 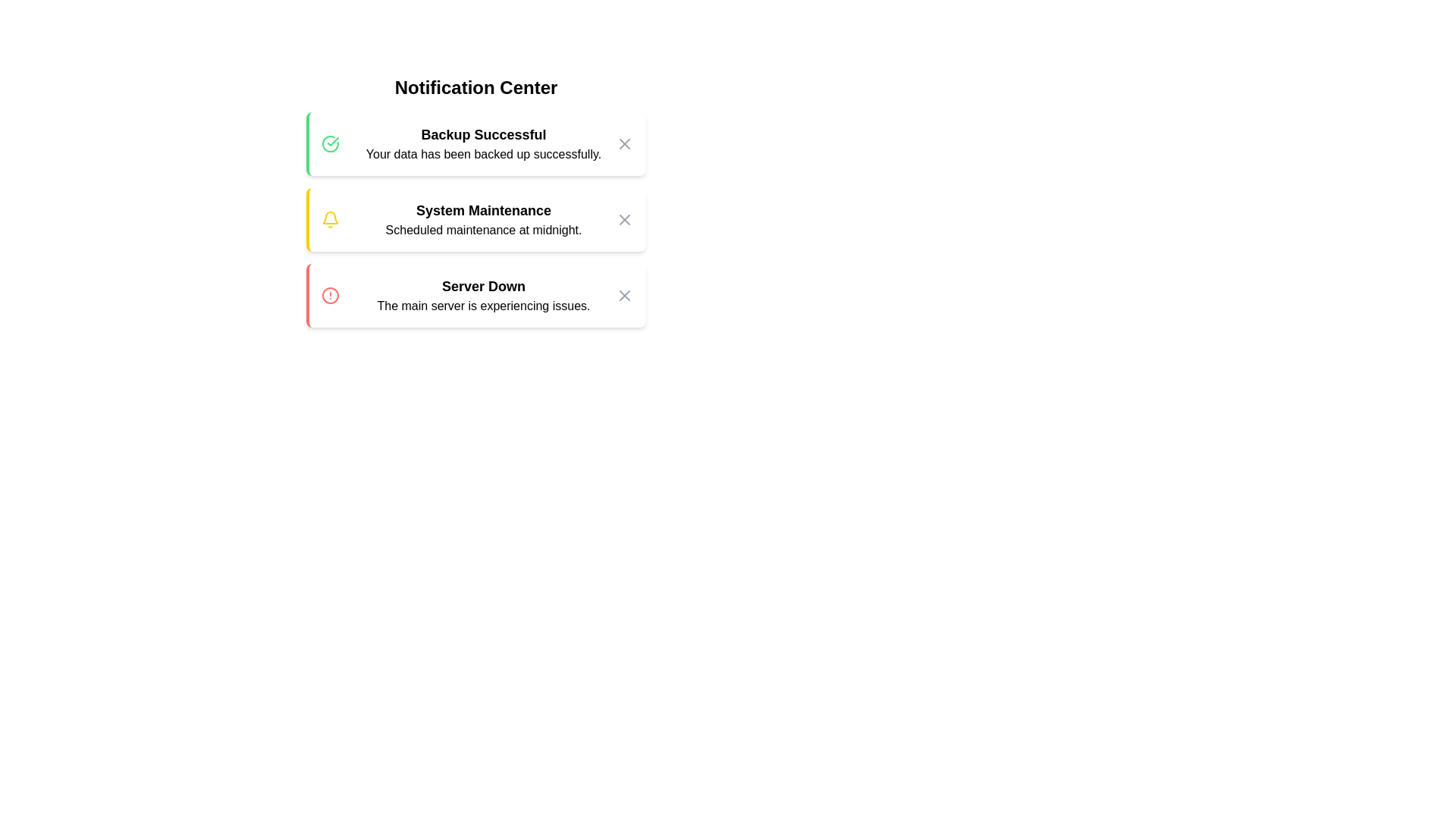 What do you see at coordinates (475, 143) in the screenshot?
I see `the notification titled 'Backup Successful' to observe its hover effect` at bounding box center [475, 143].